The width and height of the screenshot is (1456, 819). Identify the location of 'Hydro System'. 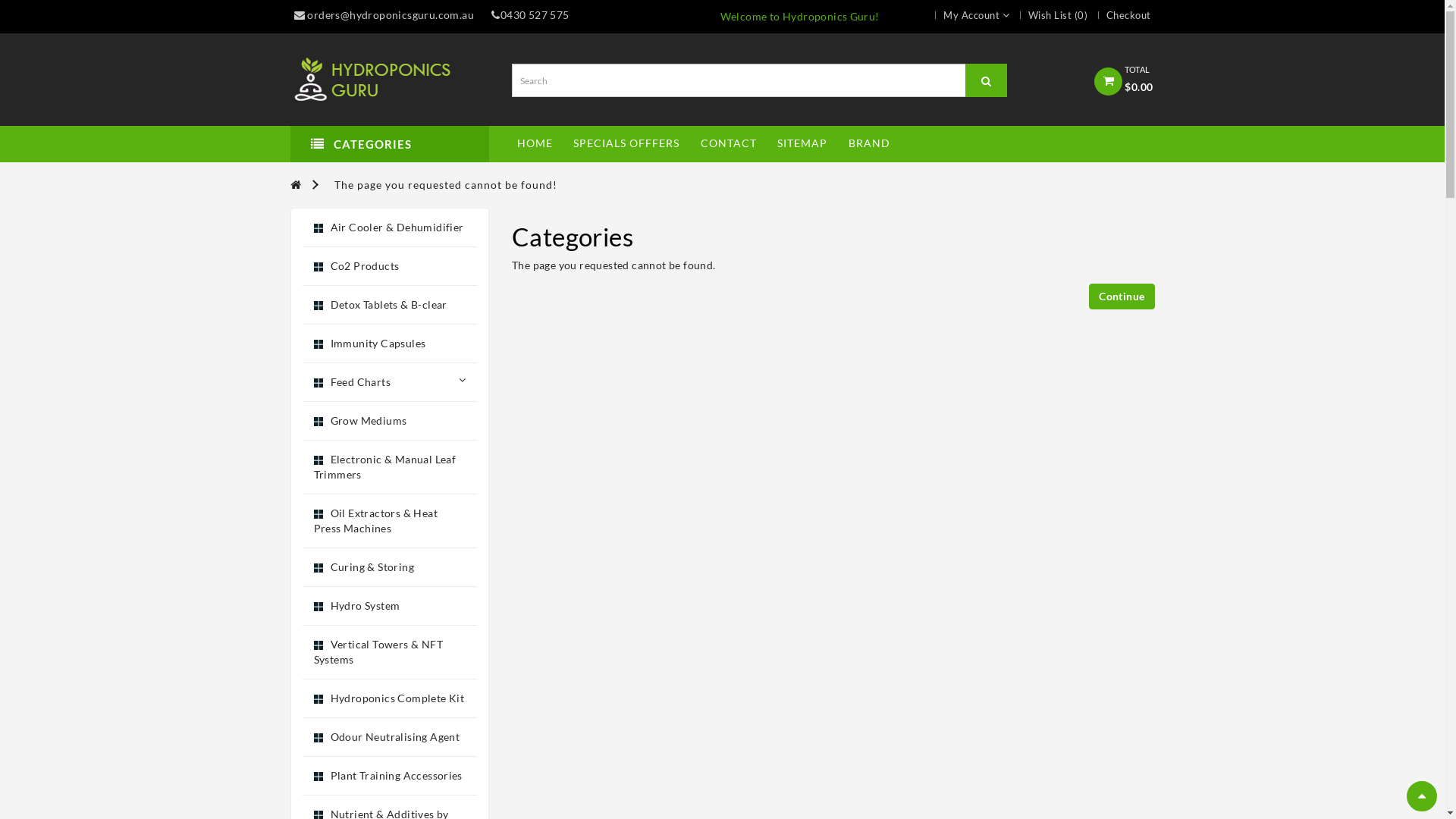
(389, 605).